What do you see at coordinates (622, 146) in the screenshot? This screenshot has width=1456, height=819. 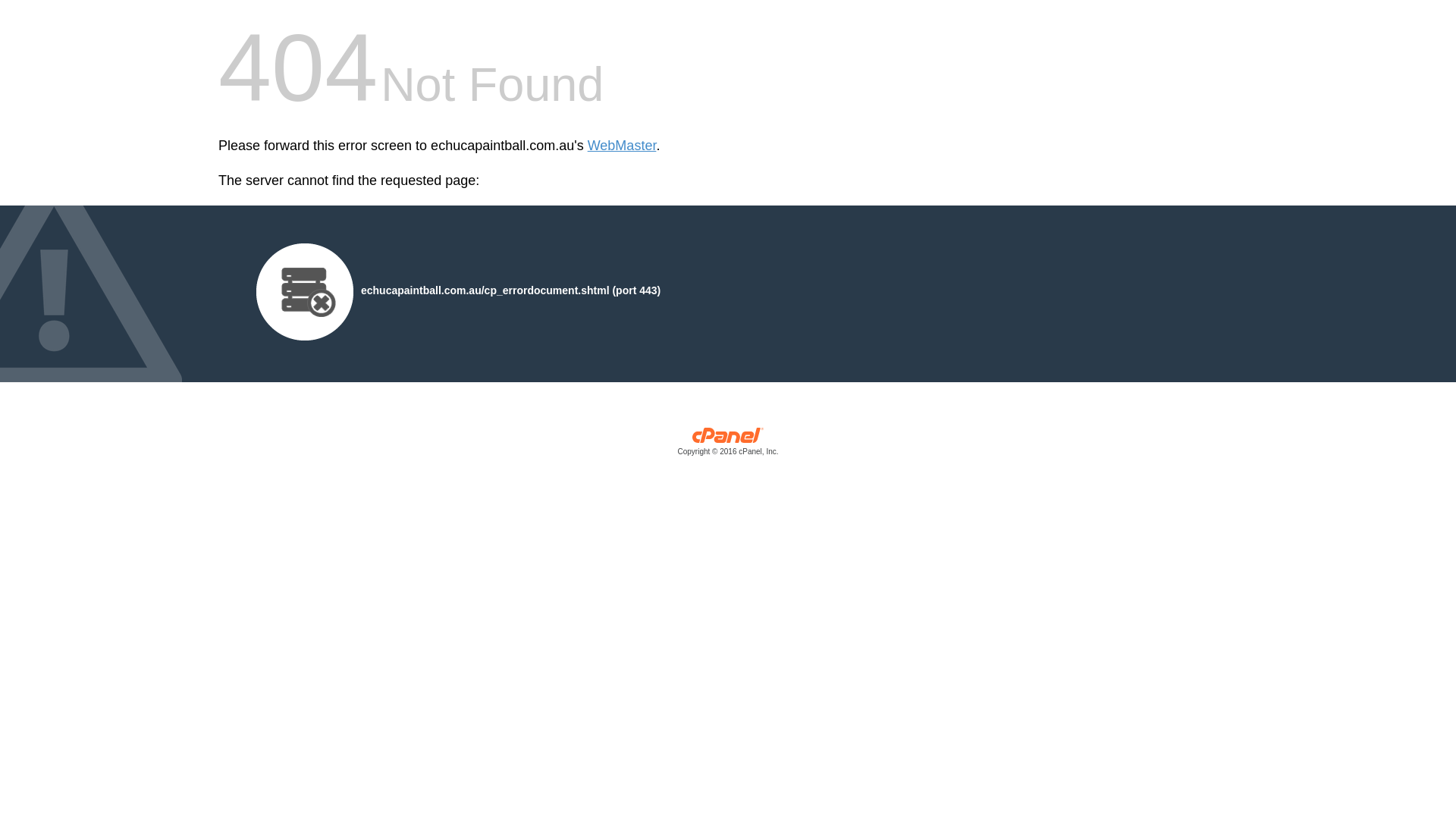 I see `'WebMaster'` at bounding box center [622, 146].